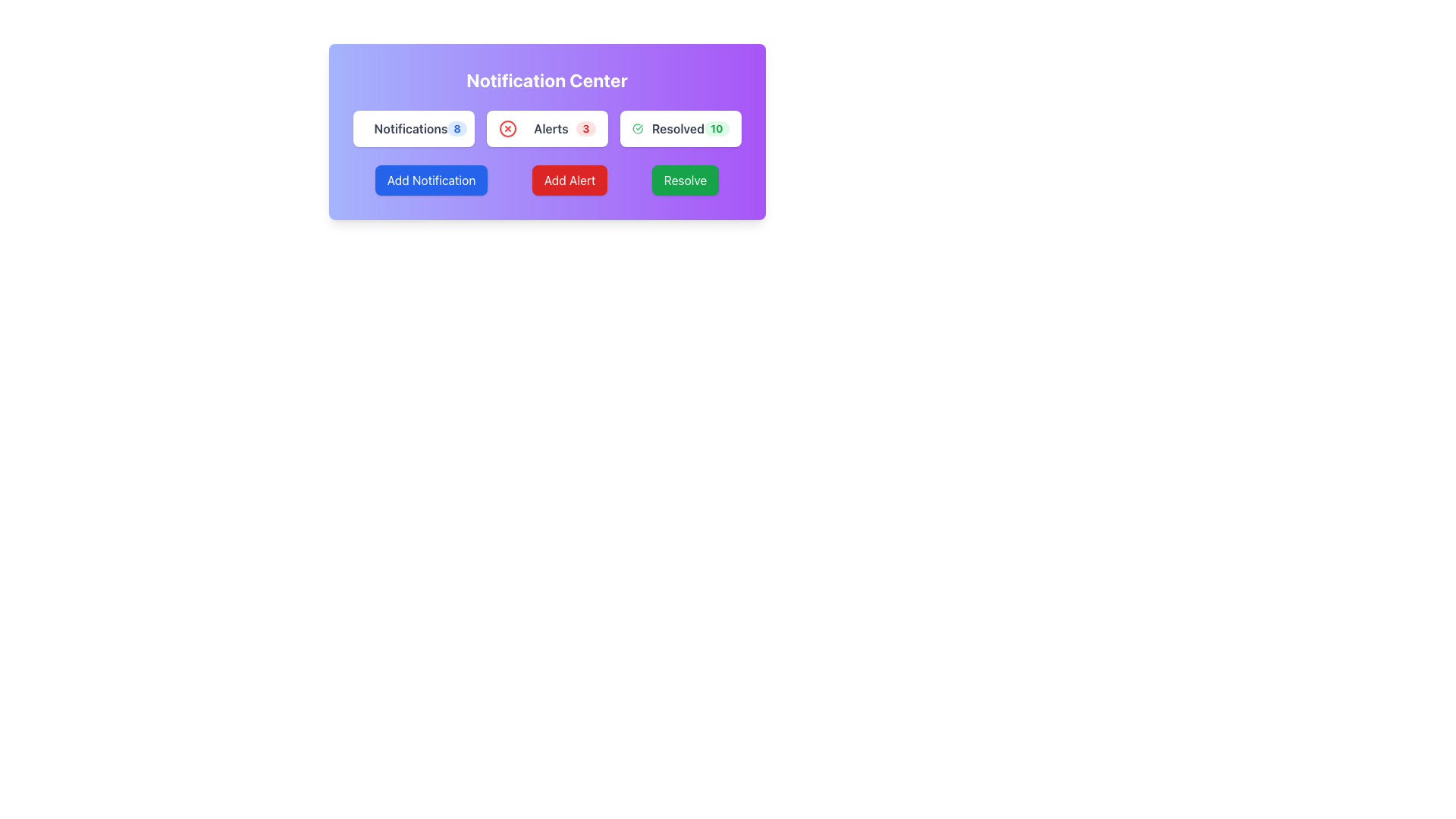 The width and height of the screenshot is (1456, 819). I want to click on text displayed on the Badge that shows the number of pending notifications associated with the 'Notifications' label, located to the right of the 'Notifications' text, so click(457, 127).